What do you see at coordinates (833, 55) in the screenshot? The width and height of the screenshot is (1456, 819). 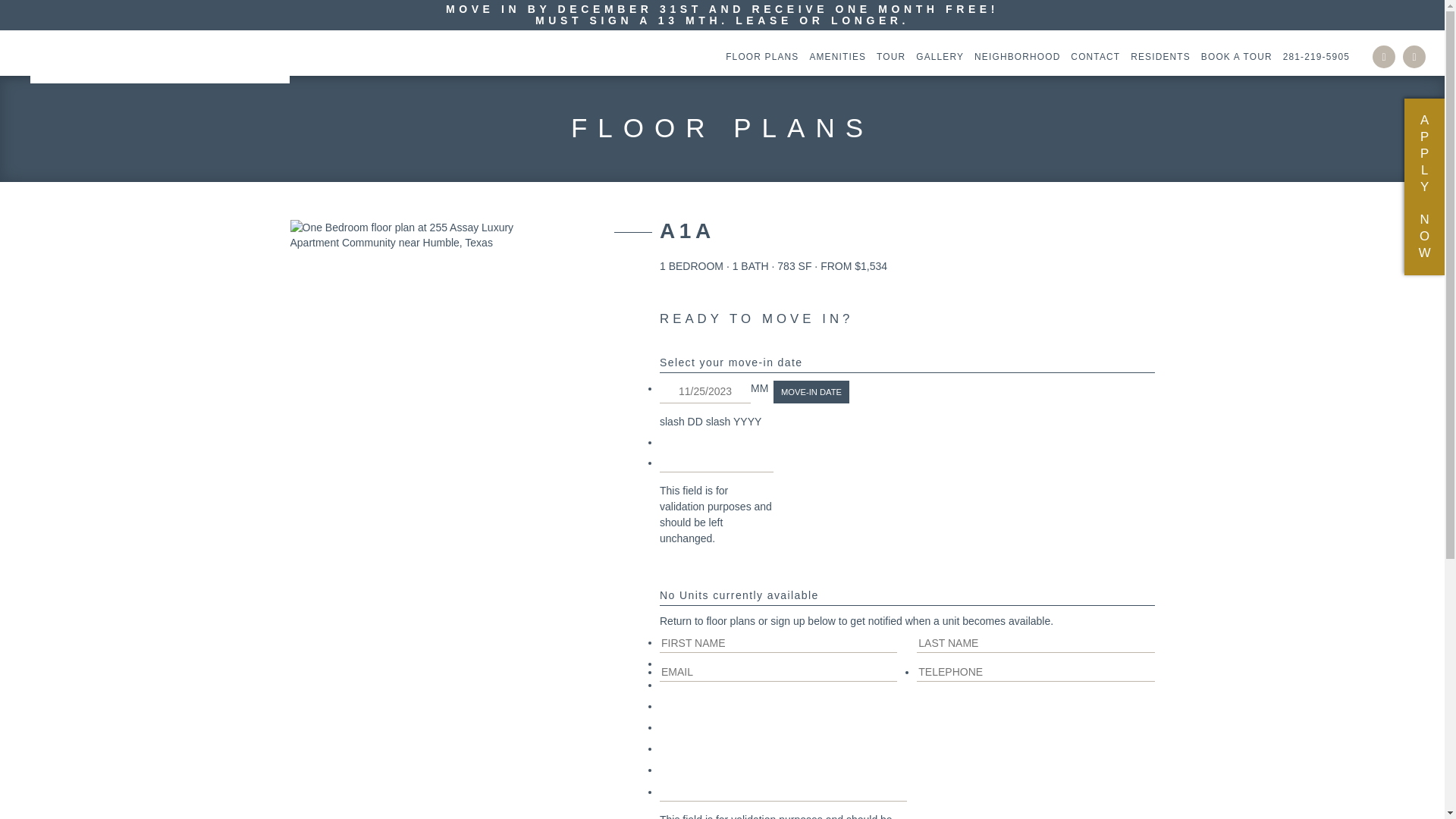 I see `'AMENITIES'` at bounding box center [833, 55].